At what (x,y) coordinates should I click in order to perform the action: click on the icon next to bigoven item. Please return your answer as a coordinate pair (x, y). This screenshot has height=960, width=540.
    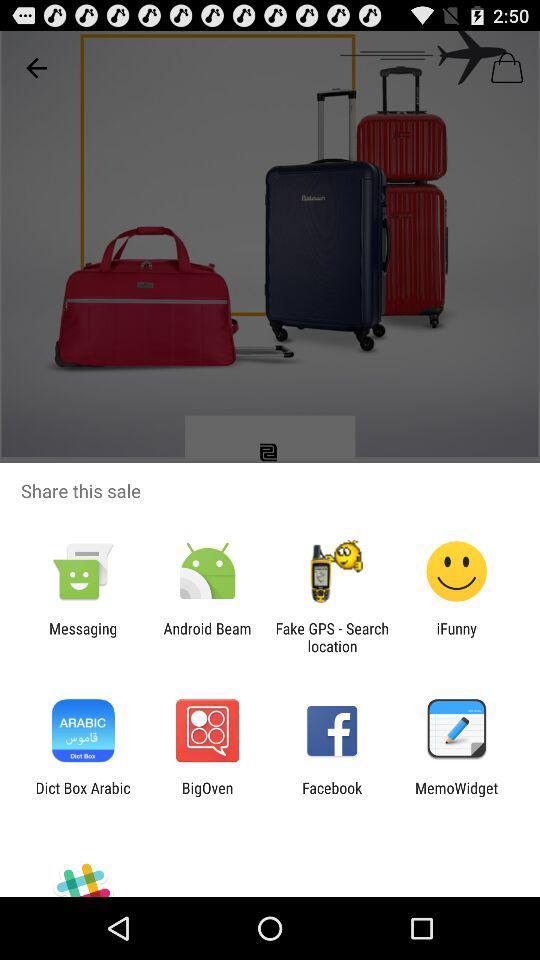
    Looking at the image, I should click on (82, 796).